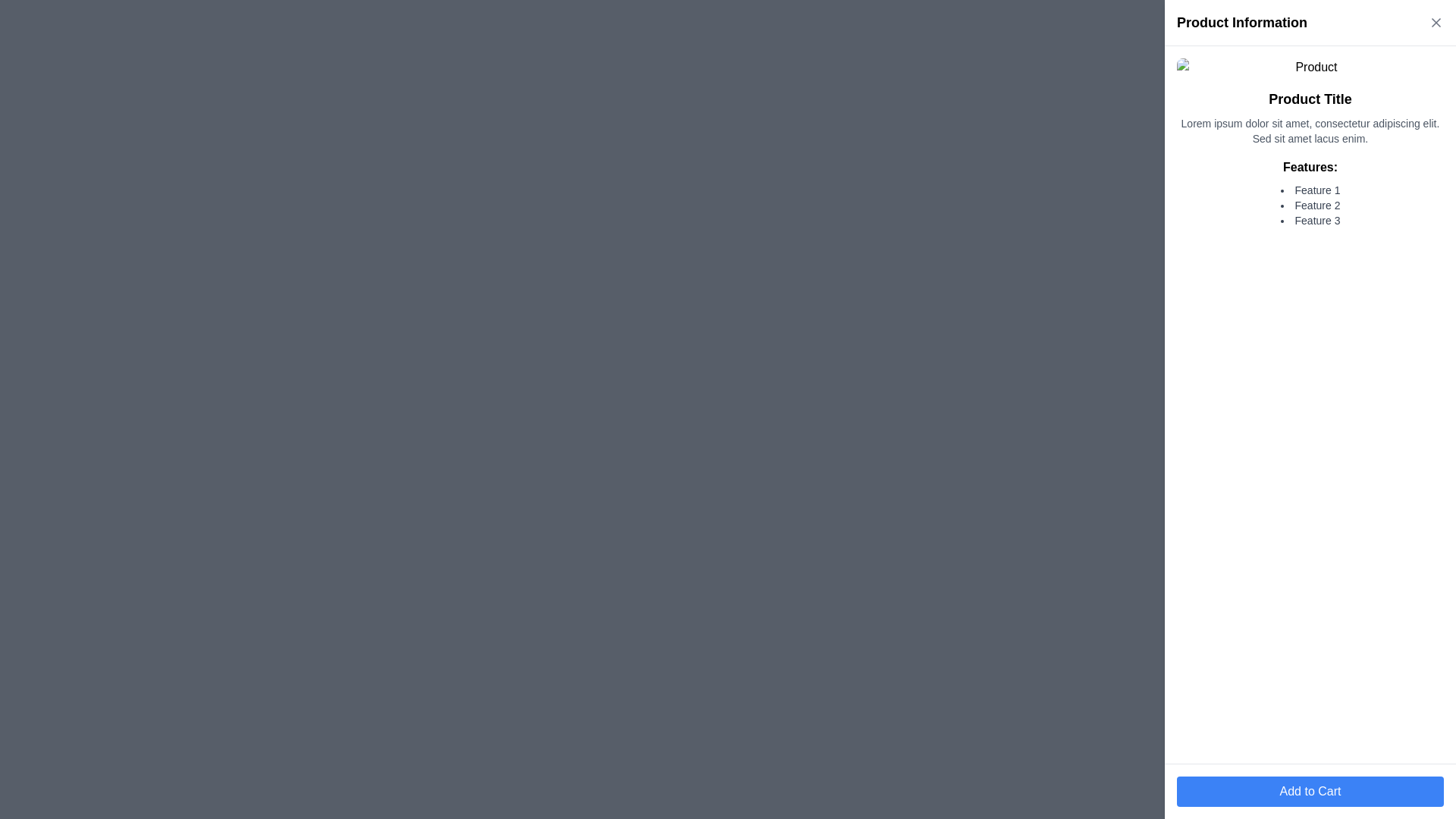 The height and width of the screenshot is (819, 1456). I want to click on the text element displaying 'Feature 1', which is the first item in a bulleted list under the section labeled 'Features:', so click(1310, 189).